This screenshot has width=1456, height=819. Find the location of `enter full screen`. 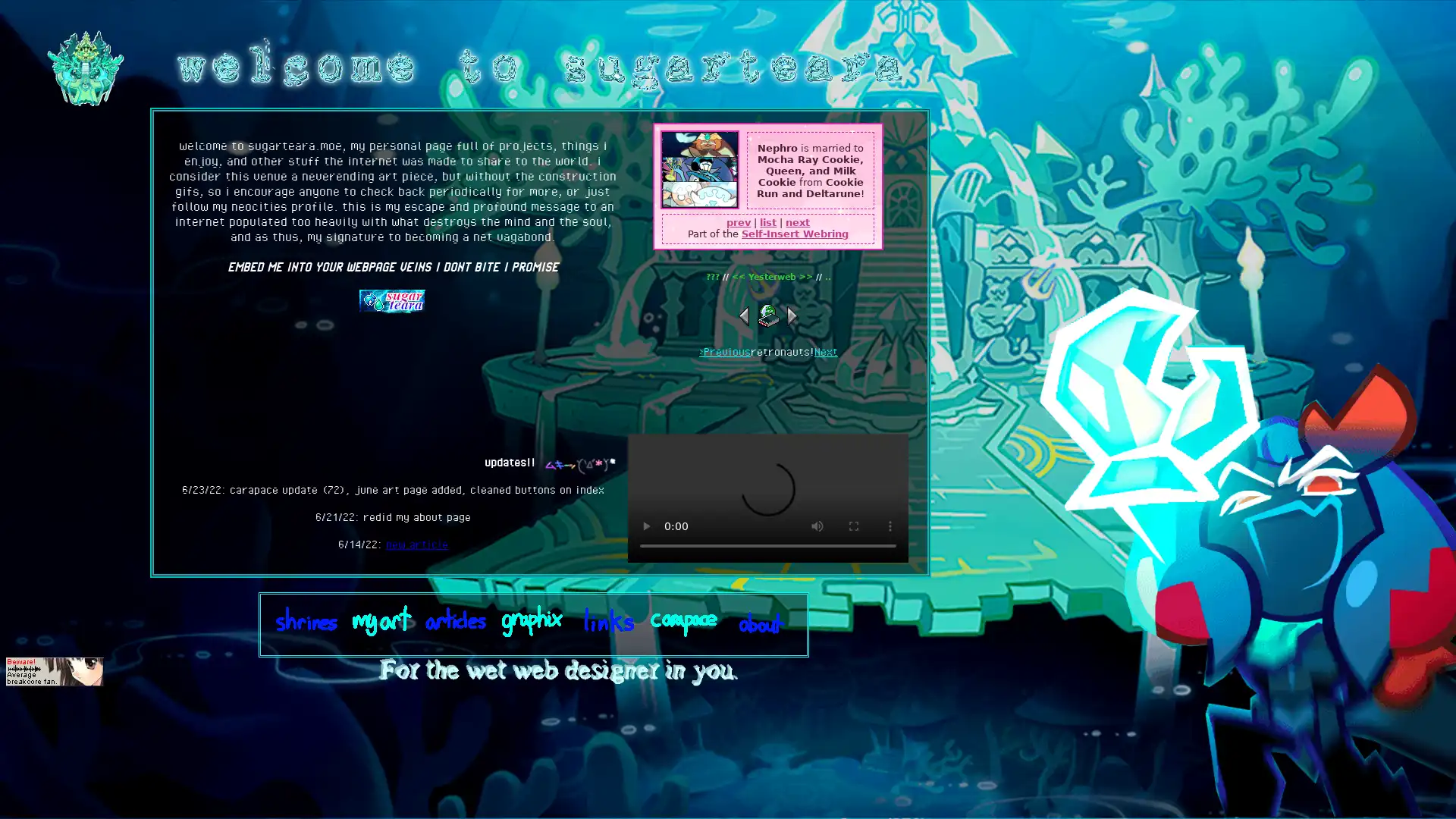

enter full screen is located at coordinates (854, 526).